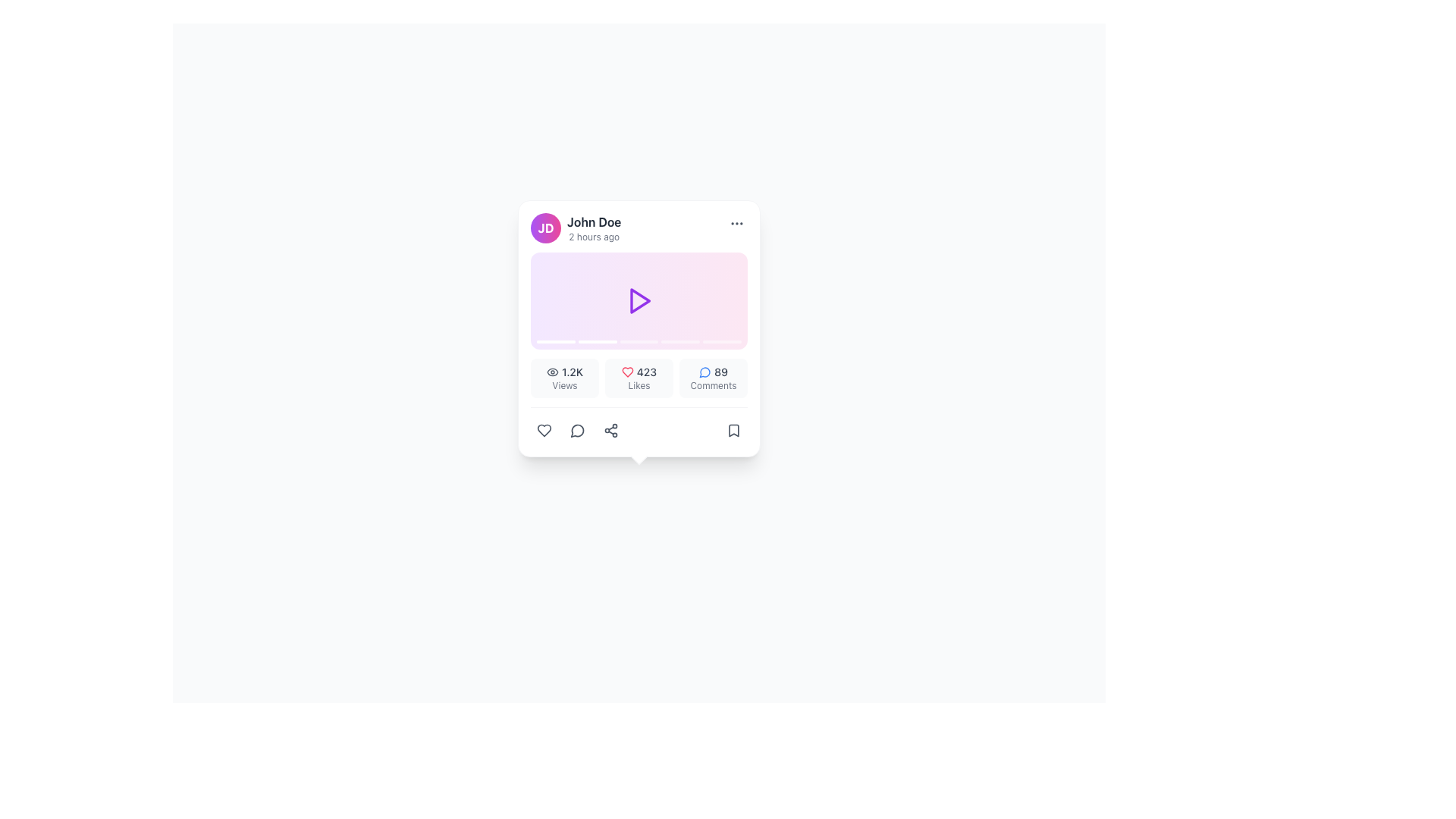  I want to click on the heart-shaped button in the bottom-left corner of the card, so click(544, 430).